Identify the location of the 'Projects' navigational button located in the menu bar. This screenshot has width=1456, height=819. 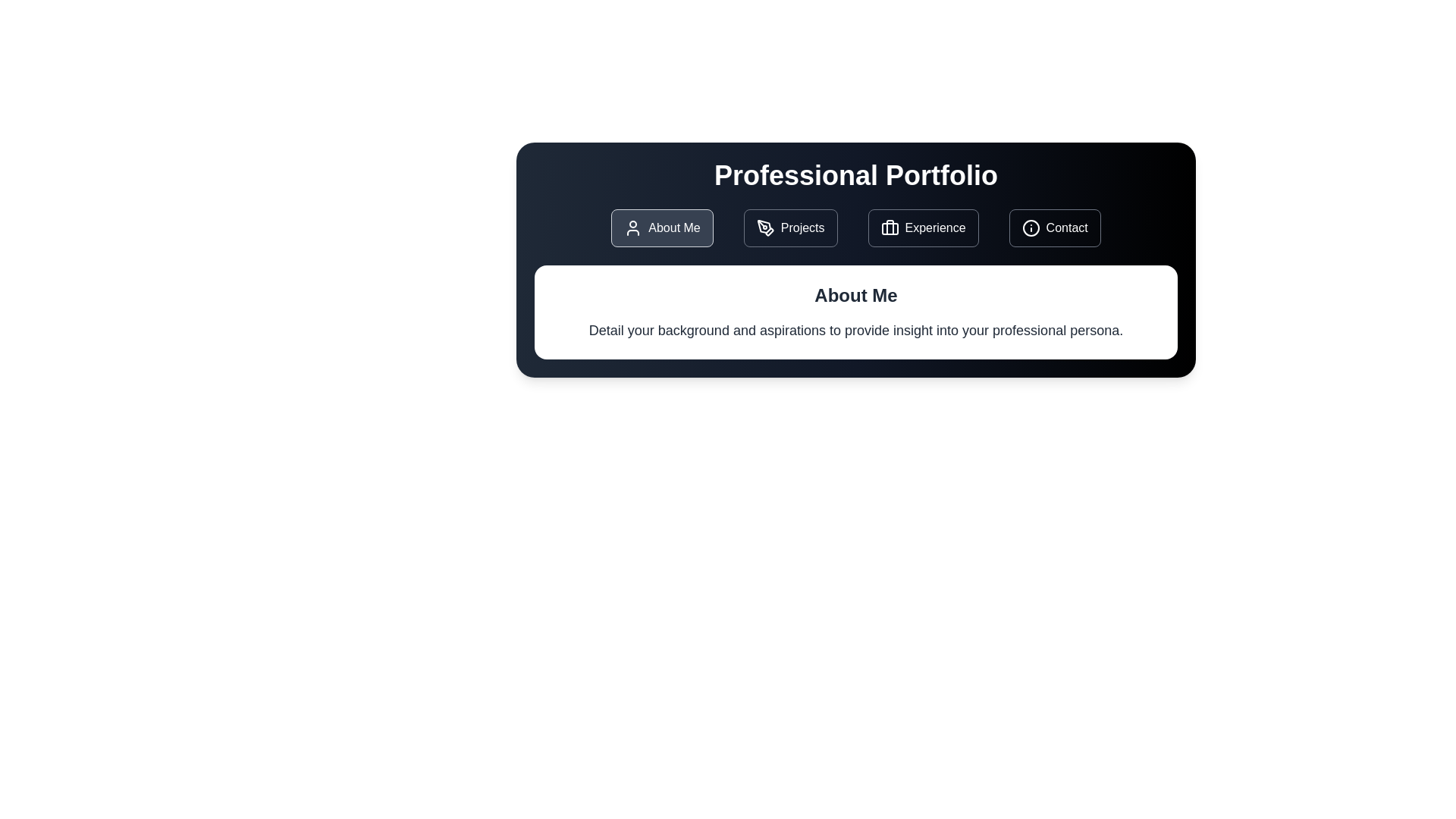
(789, 227).